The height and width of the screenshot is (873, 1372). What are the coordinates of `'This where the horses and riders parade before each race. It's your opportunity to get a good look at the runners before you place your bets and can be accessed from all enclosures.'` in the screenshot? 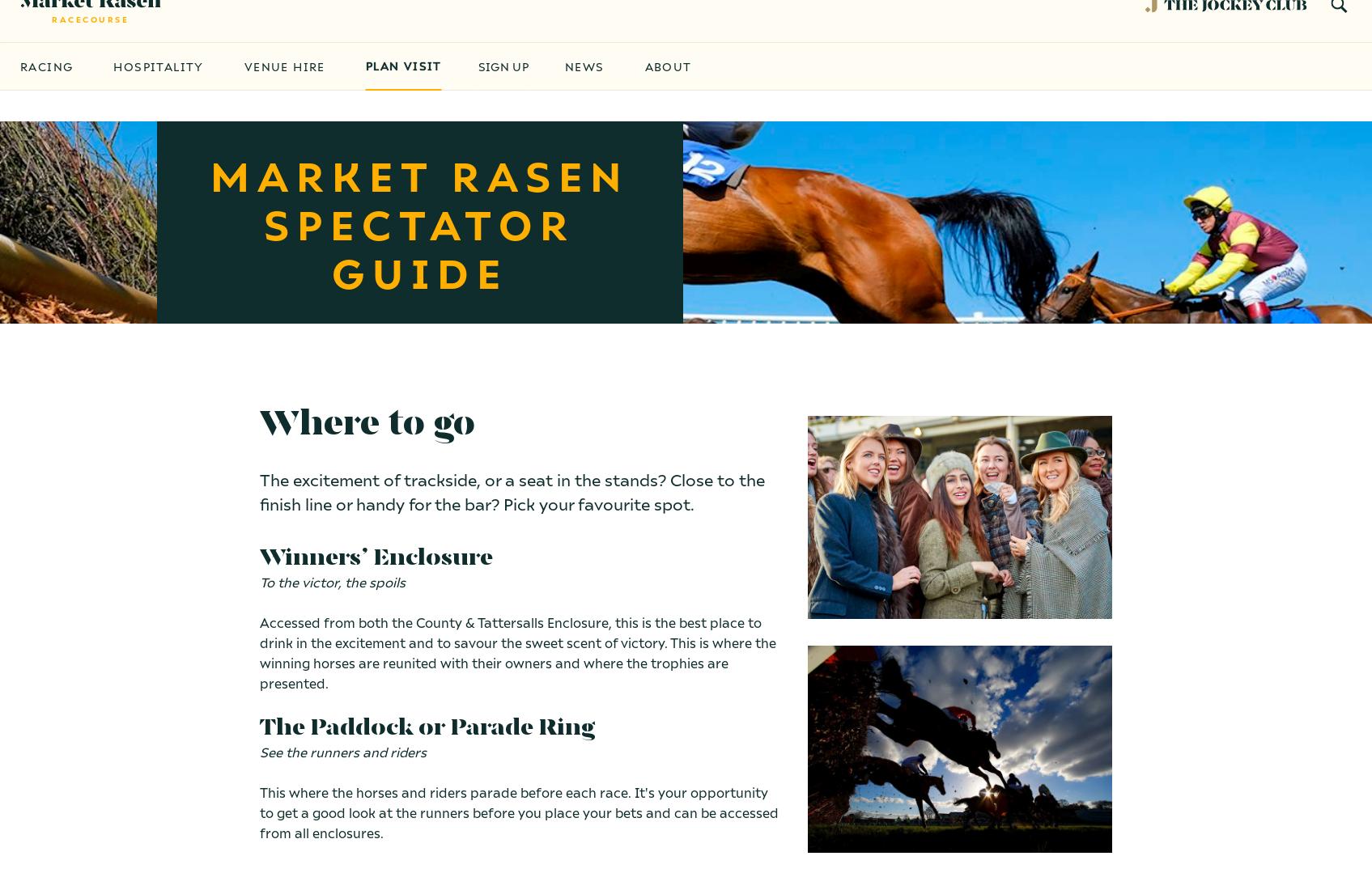 It's located at (517, 812).